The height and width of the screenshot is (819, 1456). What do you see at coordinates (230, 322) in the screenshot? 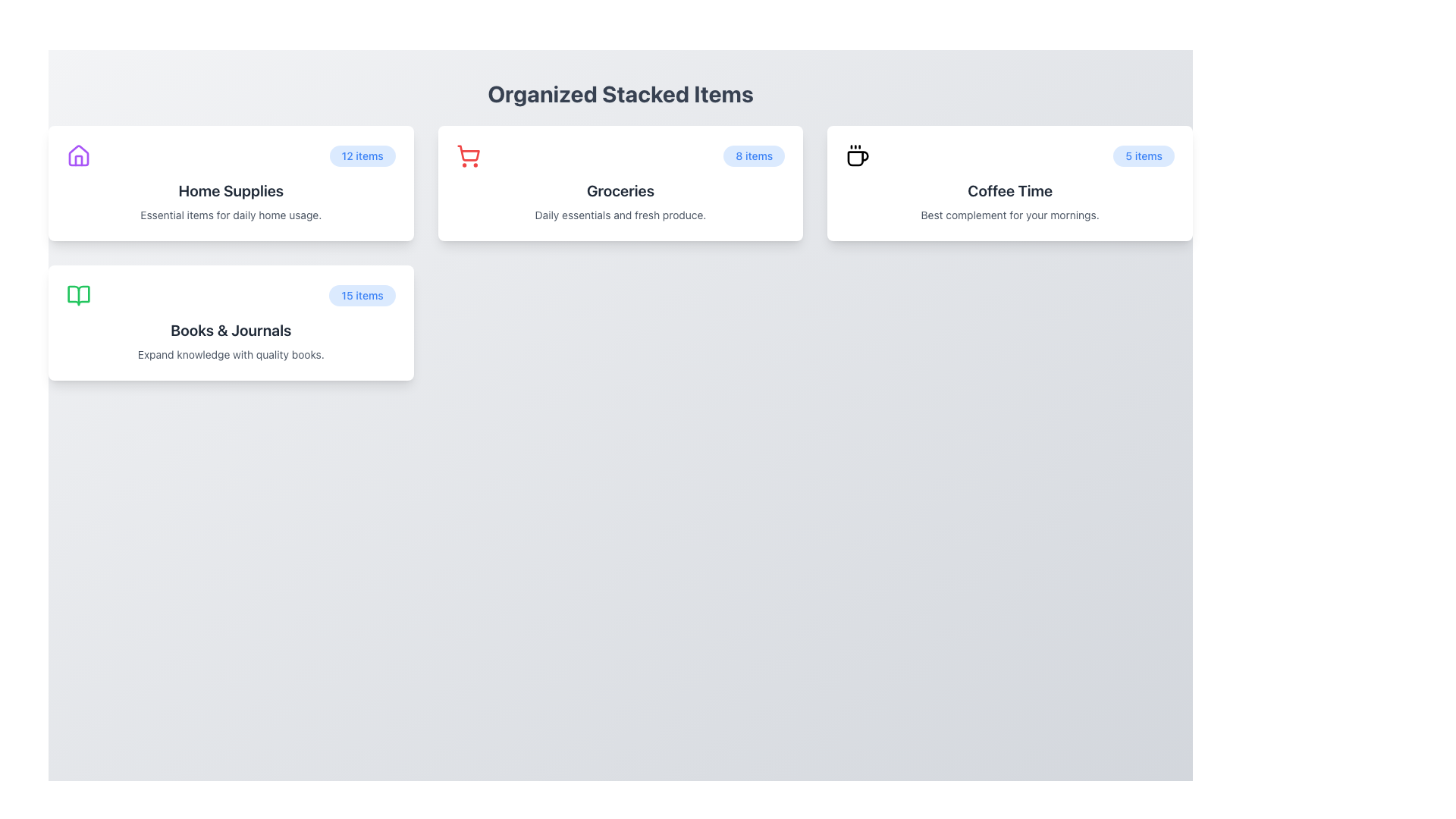
I see `the 'Books & Journals' category card located in the bottom-left corner of the grid layout` at bounding box center [230, 322].